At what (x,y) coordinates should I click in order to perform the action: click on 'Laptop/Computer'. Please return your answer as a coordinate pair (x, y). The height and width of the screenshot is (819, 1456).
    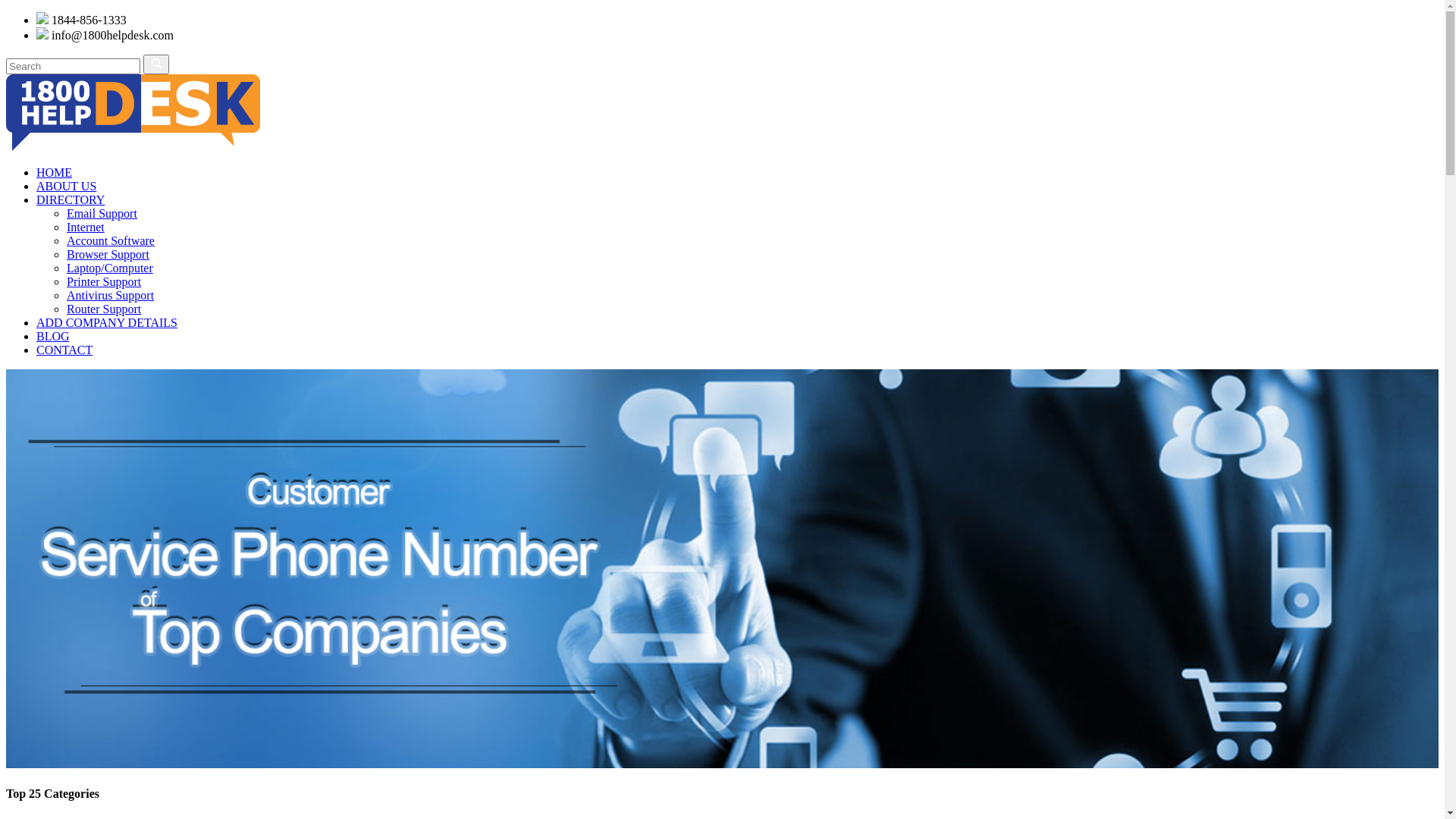
    Looking at the image, I should click on (65, 267).